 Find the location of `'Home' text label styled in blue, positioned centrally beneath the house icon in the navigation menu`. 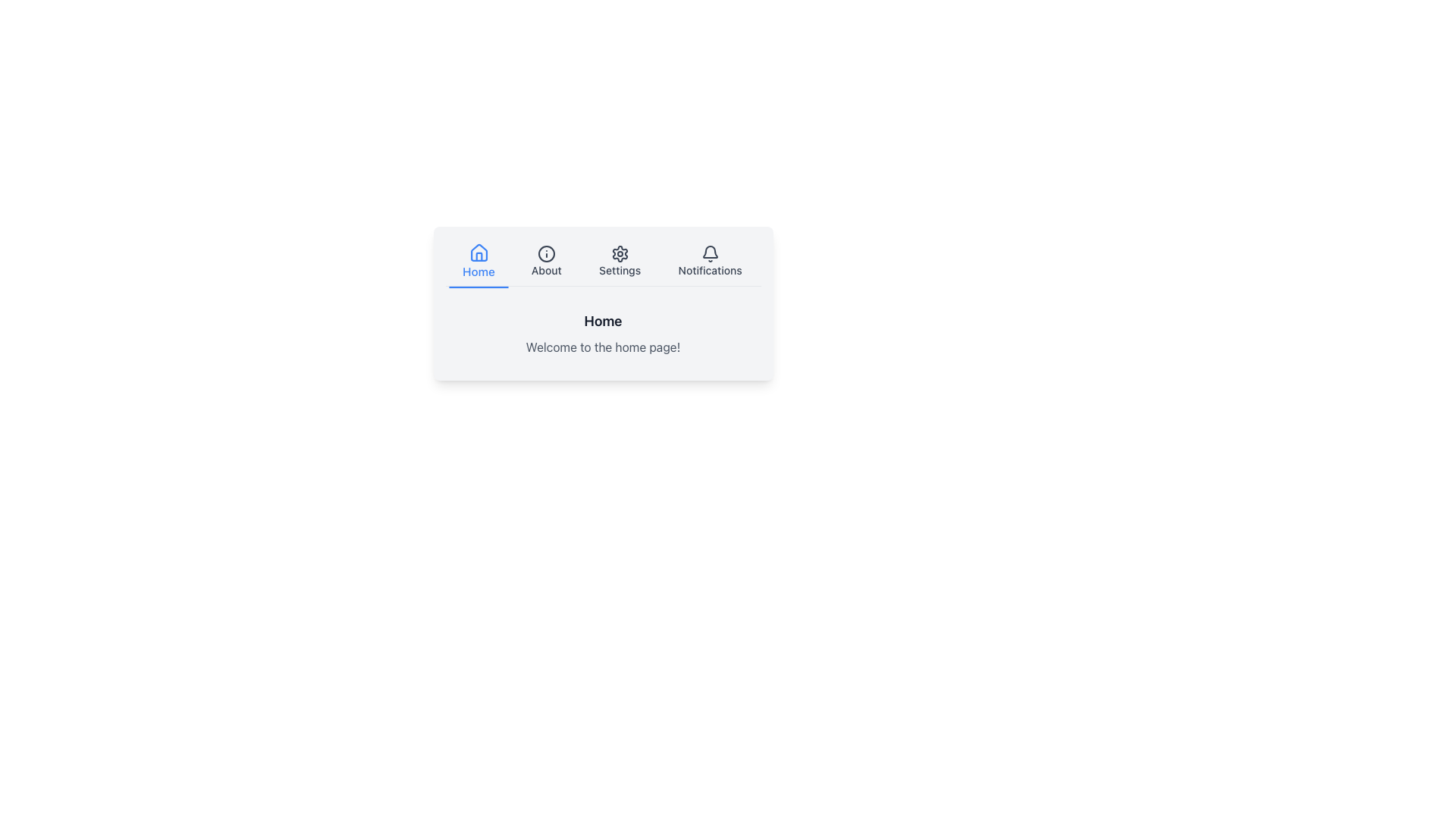

'Home' text label styled in blue, positioned centrally beneath the house icon in the navigation menu is located at coordinates (478, 271).